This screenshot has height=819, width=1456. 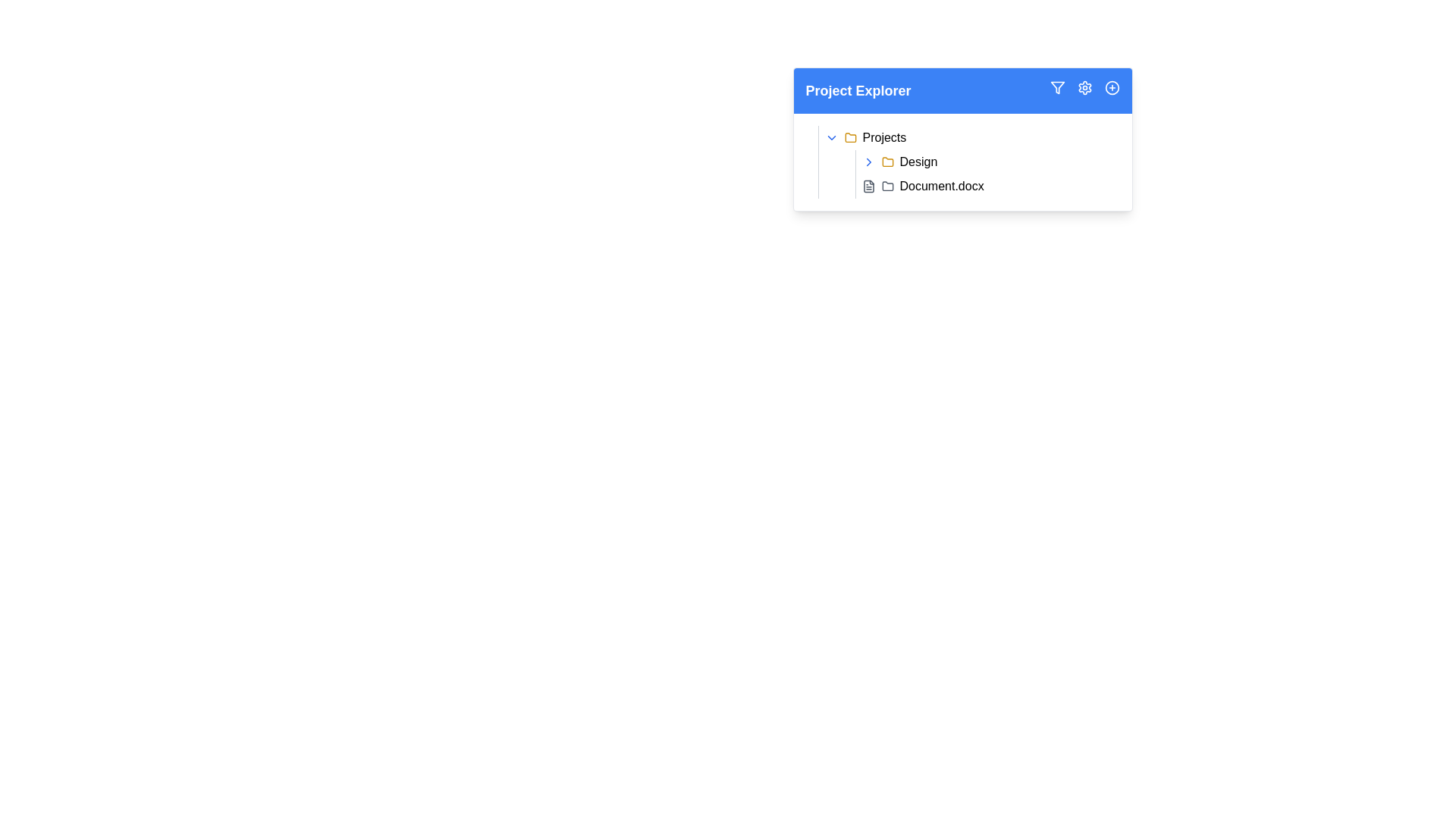 What do you see at coordinates (962, 140) in the screenshot?
I see `the file in the hierarchical navigation pane` at bounding box center [962, 140].